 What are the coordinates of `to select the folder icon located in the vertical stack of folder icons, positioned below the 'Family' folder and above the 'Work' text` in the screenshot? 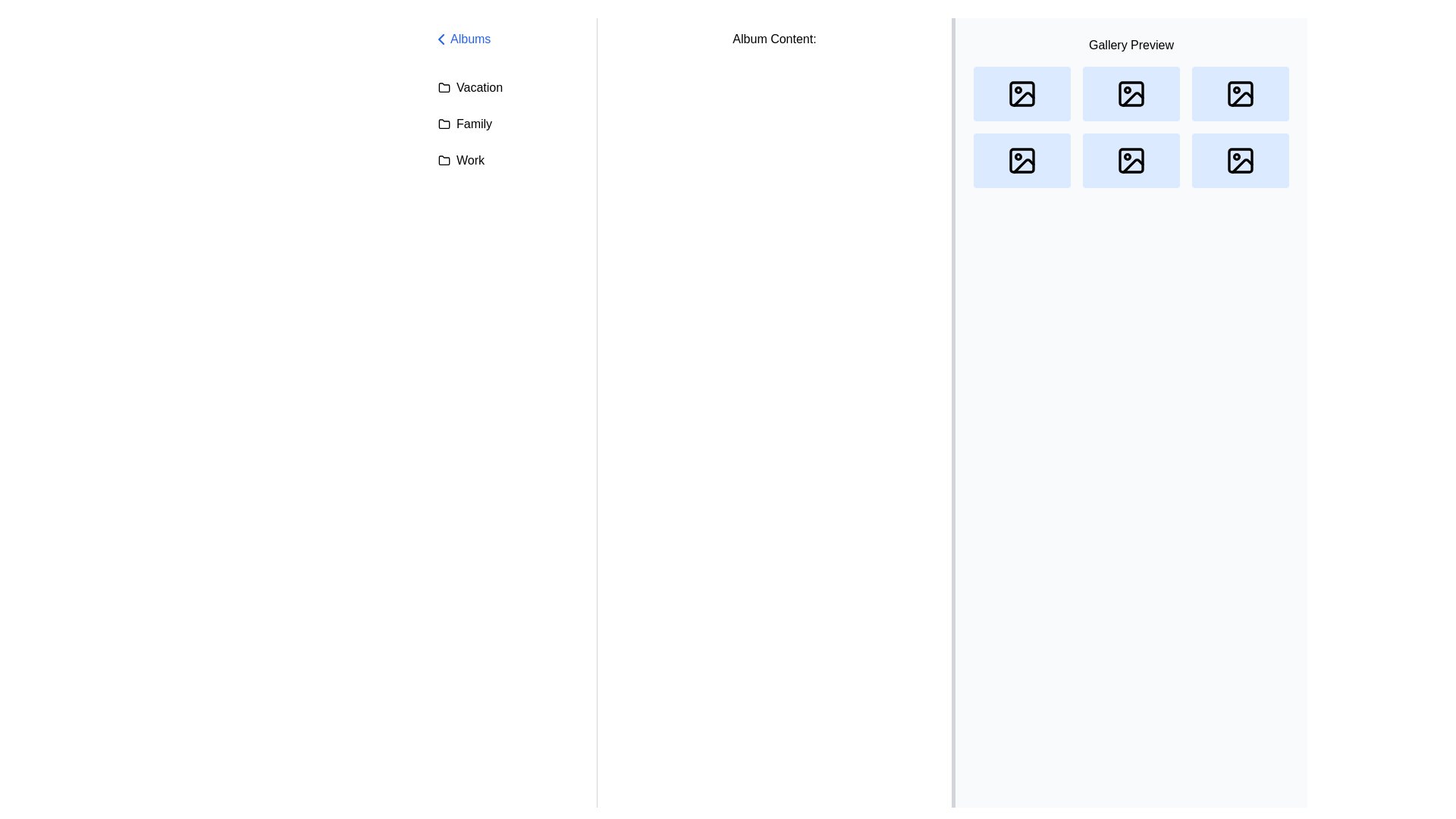 It's located at (443, 161).